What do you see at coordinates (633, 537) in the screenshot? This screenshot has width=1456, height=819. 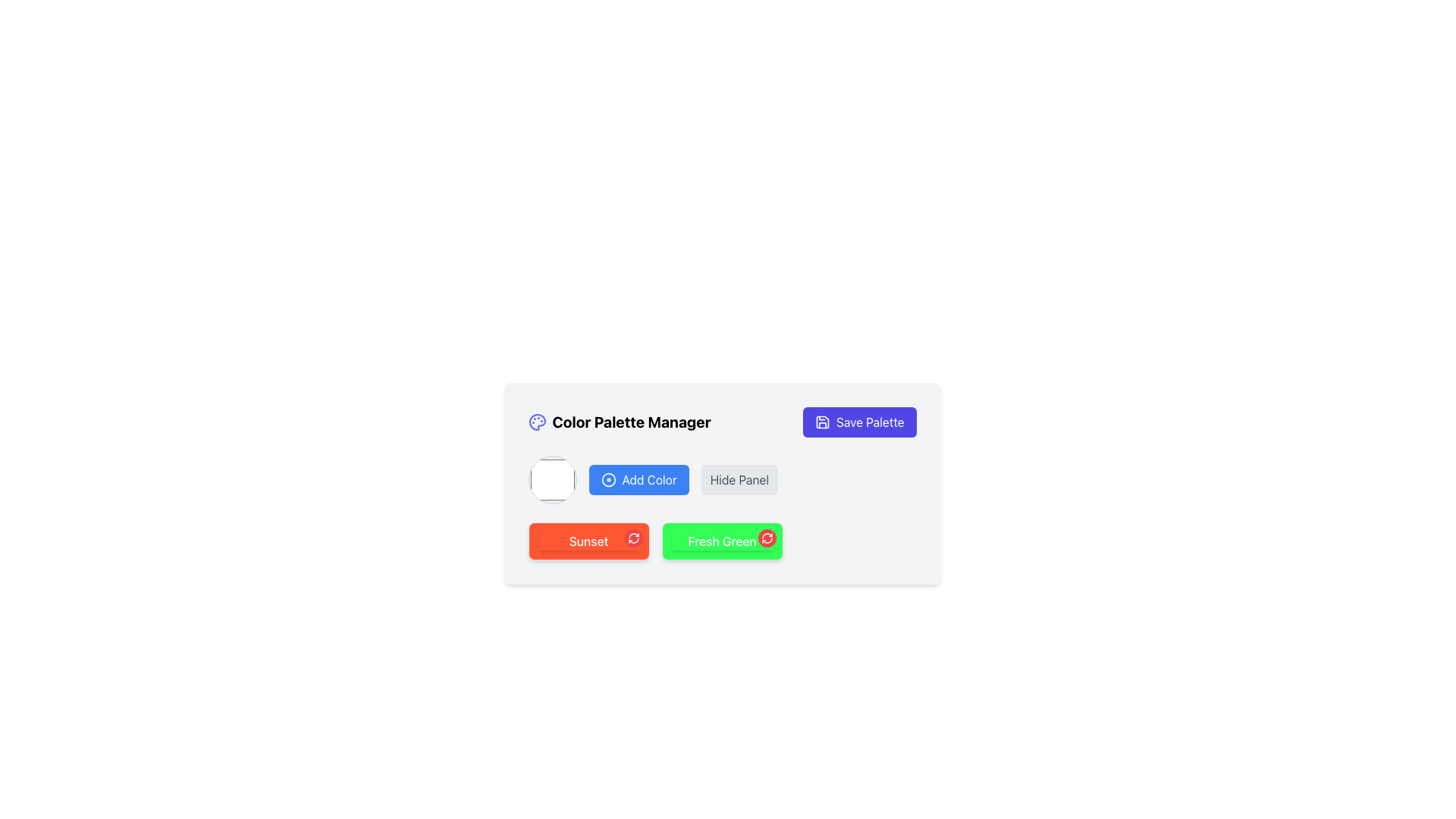 I see `the icon button located in the top-right corner of the 'Fresh Green' button` at bounding box center [633, 537].